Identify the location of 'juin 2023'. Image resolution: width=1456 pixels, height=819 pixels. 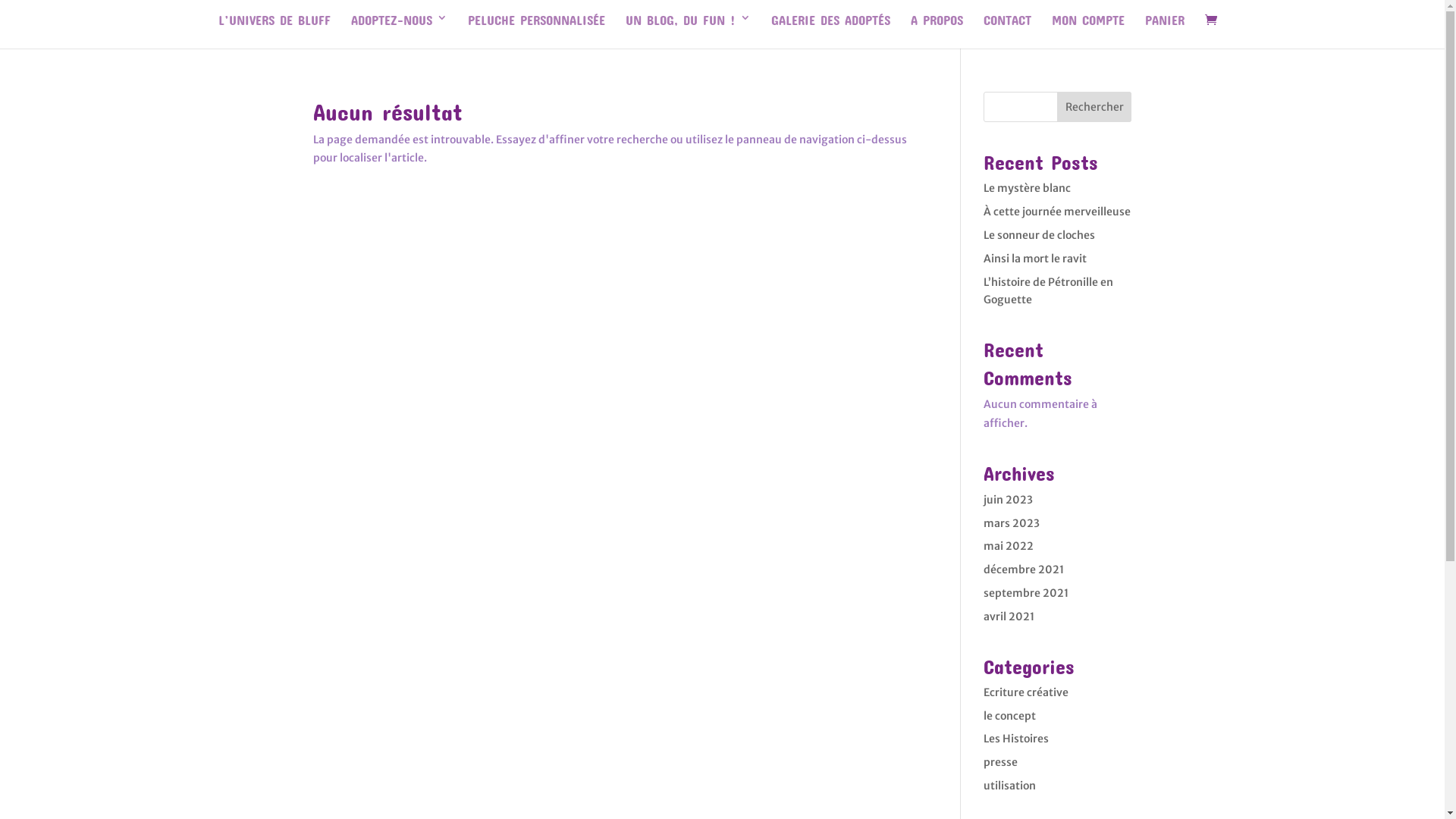
(1008, 500).